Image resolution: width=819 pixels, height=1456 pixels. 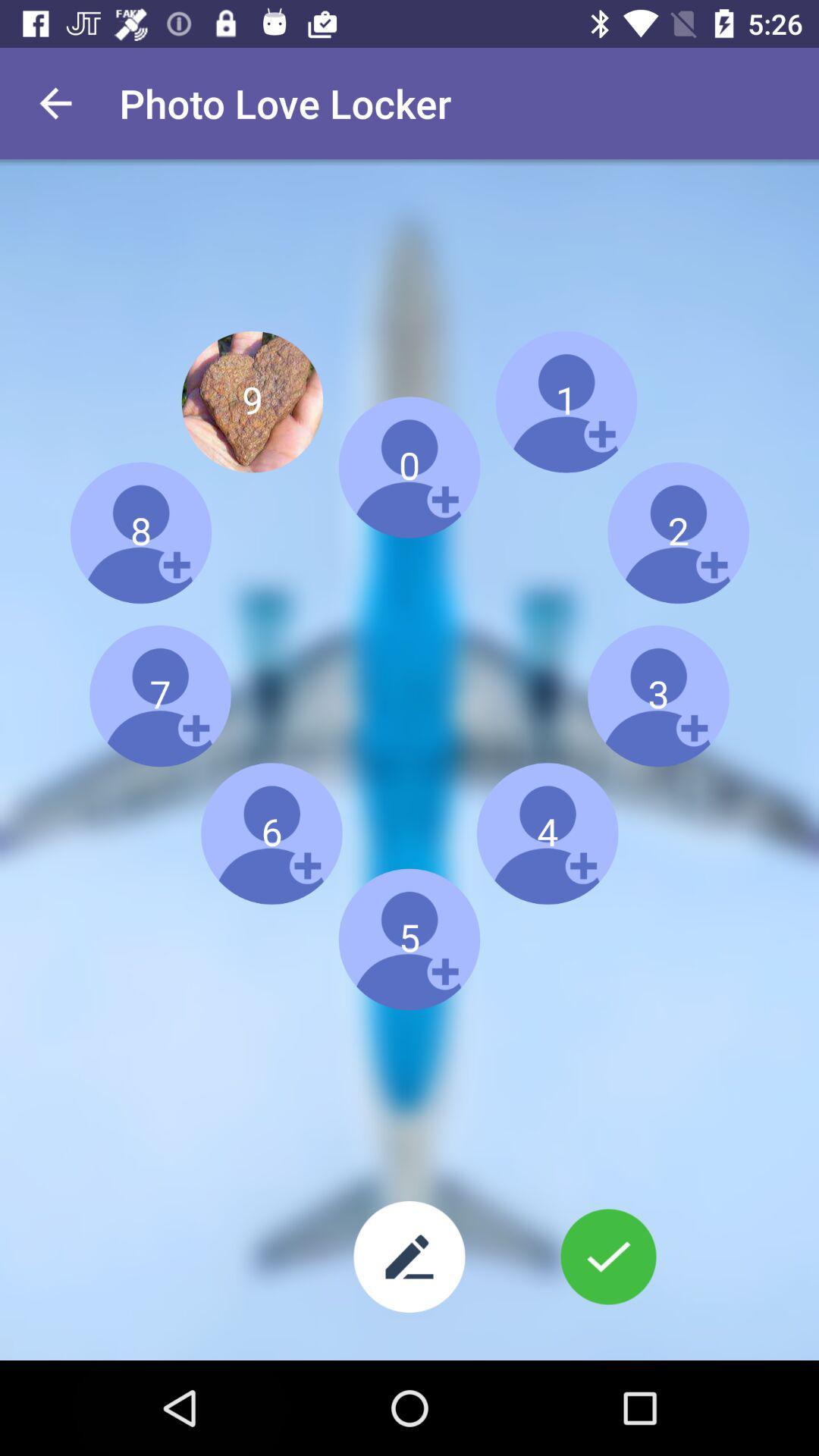 What do you see at coordinates (409, 1257) in the screenshot?
I see `text` at bounding box center [409, 1257].